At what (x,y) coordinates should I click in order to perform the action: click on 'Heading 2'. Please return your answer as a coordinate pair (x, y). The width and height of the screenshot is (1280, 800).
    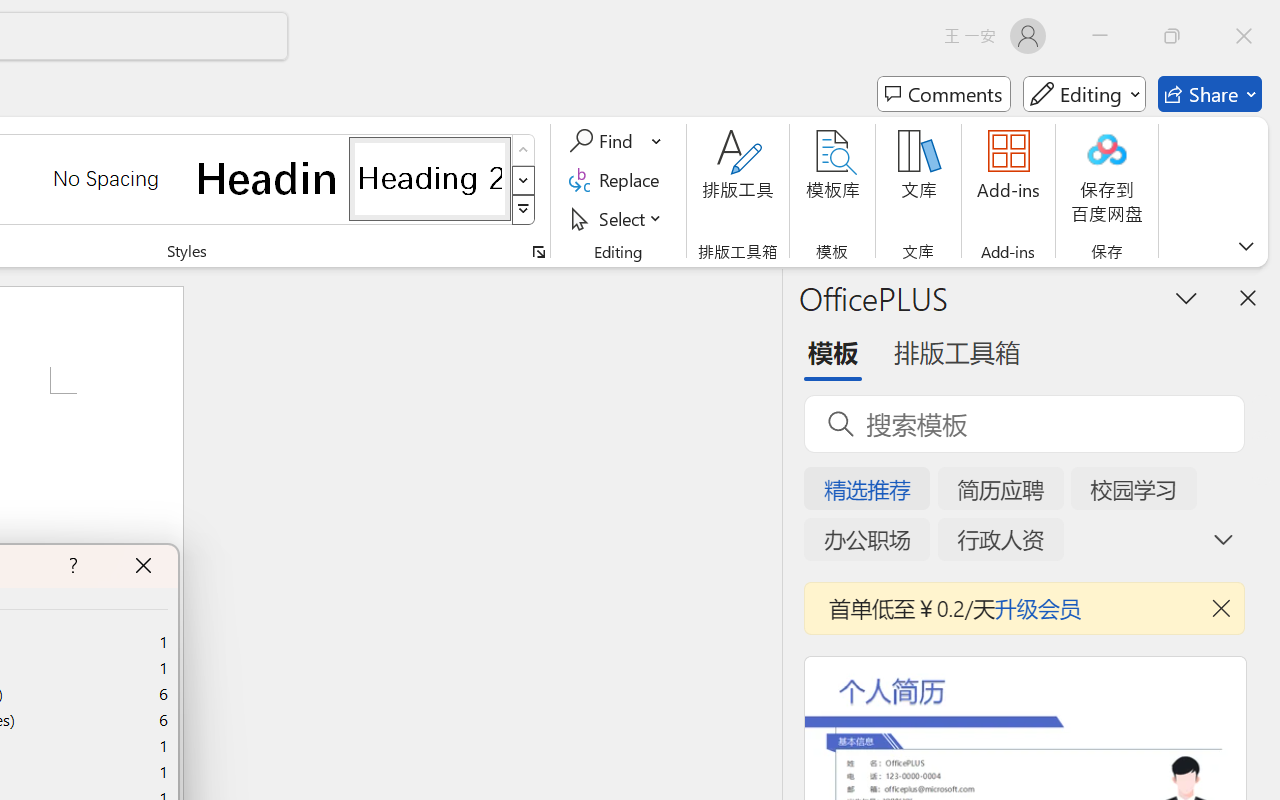
    Looking at the image, I should click on (429, 177).